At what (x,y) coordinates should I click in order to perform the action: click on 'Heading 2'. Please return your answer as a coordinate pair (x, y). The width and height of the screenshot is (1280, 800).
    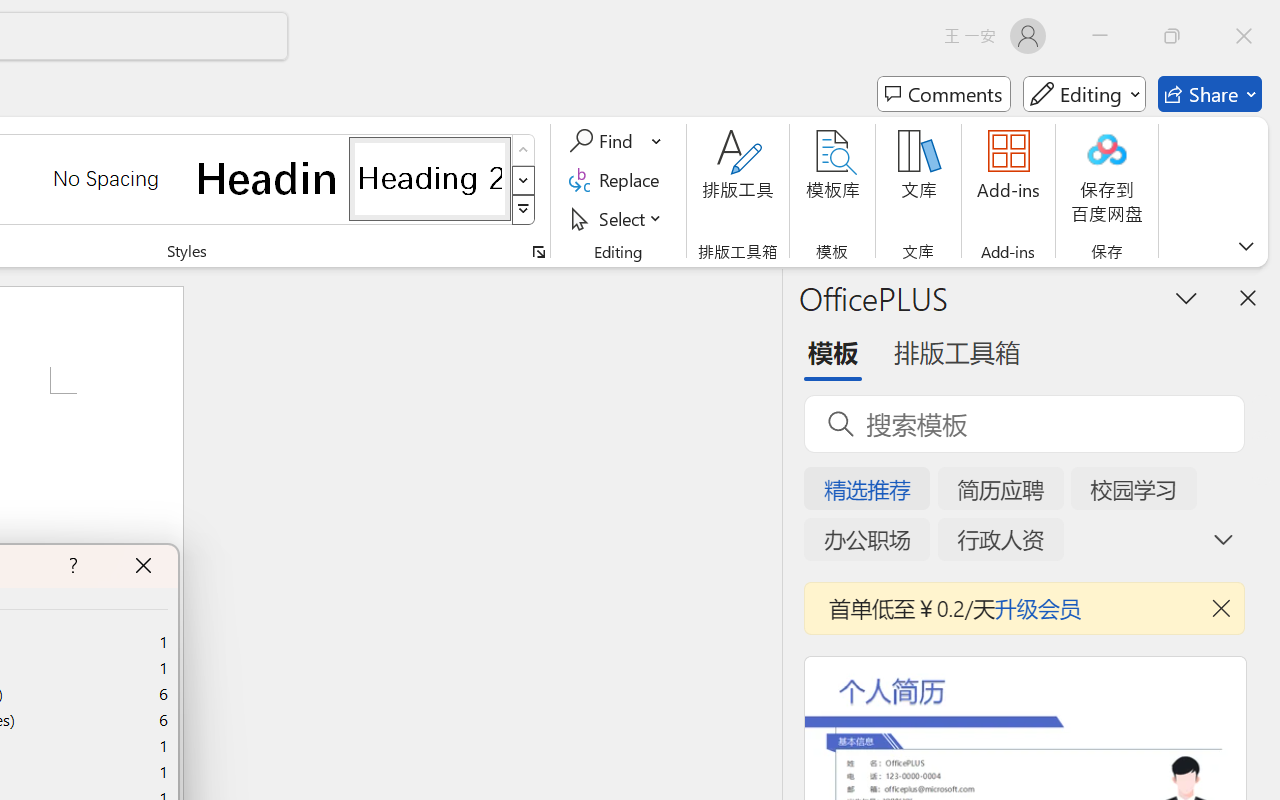
    Looking at the image, I should click on (429, 177).